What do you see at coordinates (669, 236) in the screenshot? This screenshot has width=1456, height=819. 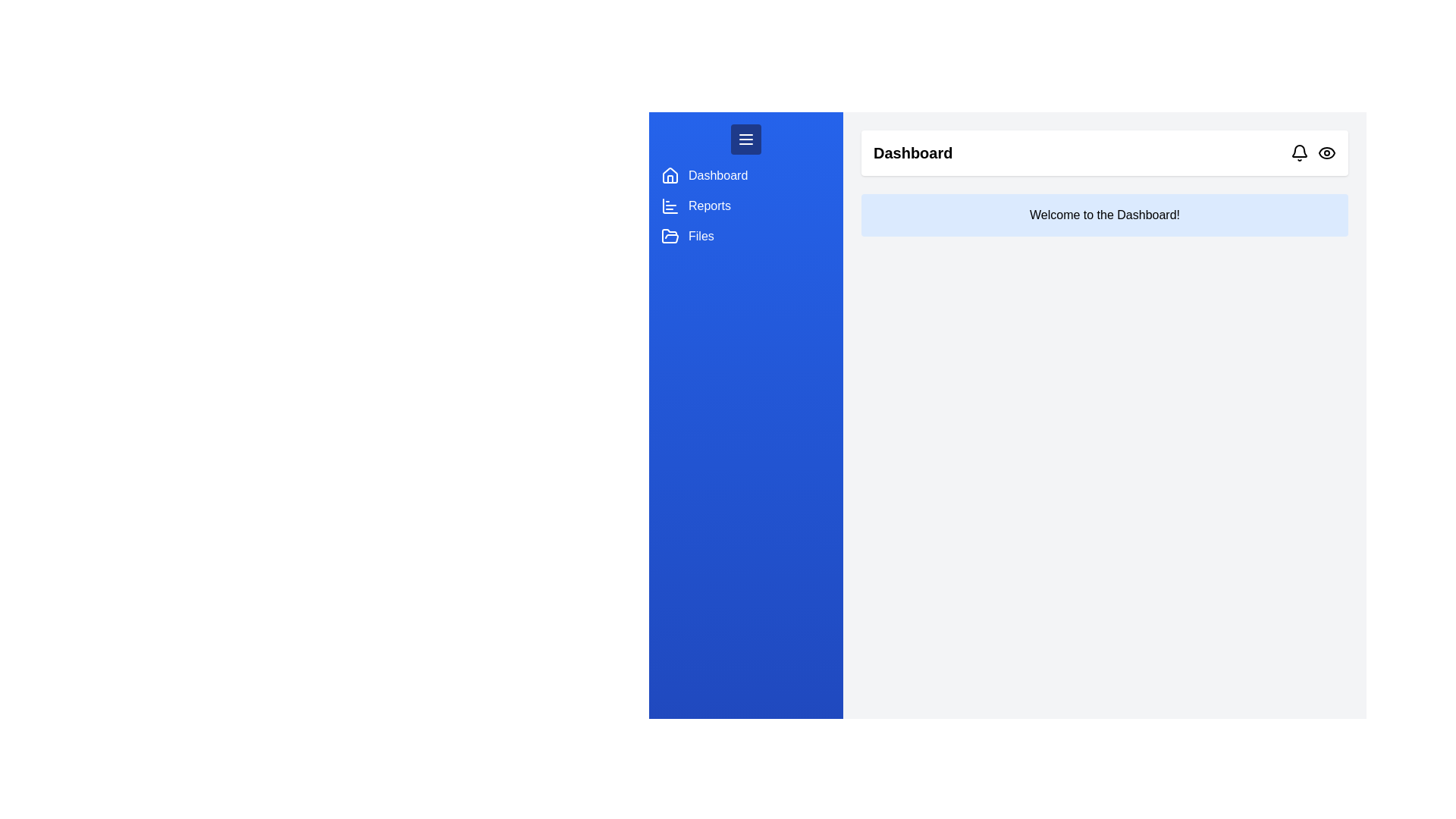 I see `the blue folder icon located next to the 'Files' label in the third menu item of the left sidebar` at bounding box center [669, 236].